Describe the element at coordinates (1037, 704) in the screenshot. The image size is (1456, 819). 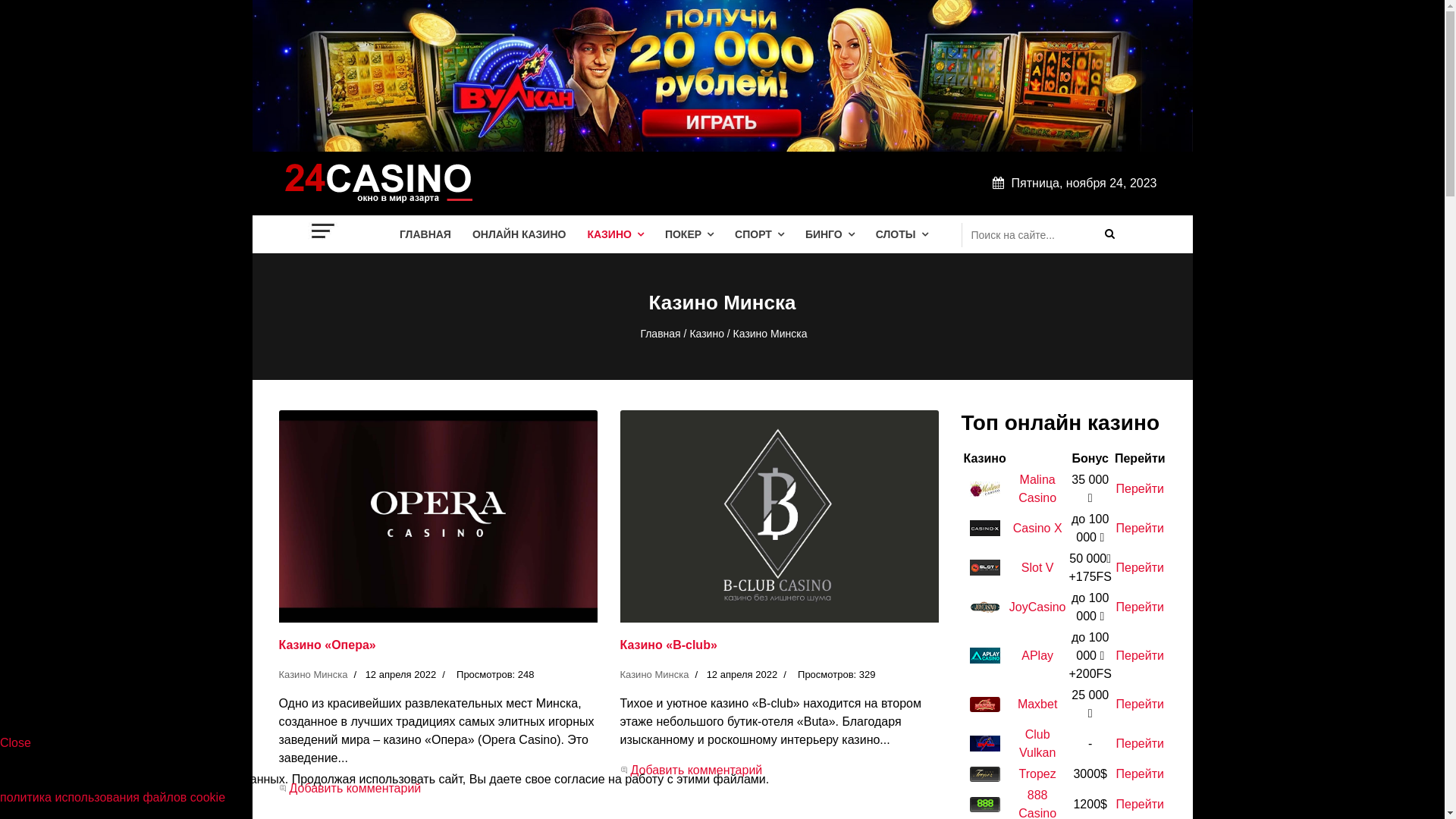
I see `'Maxbet'` at that location.